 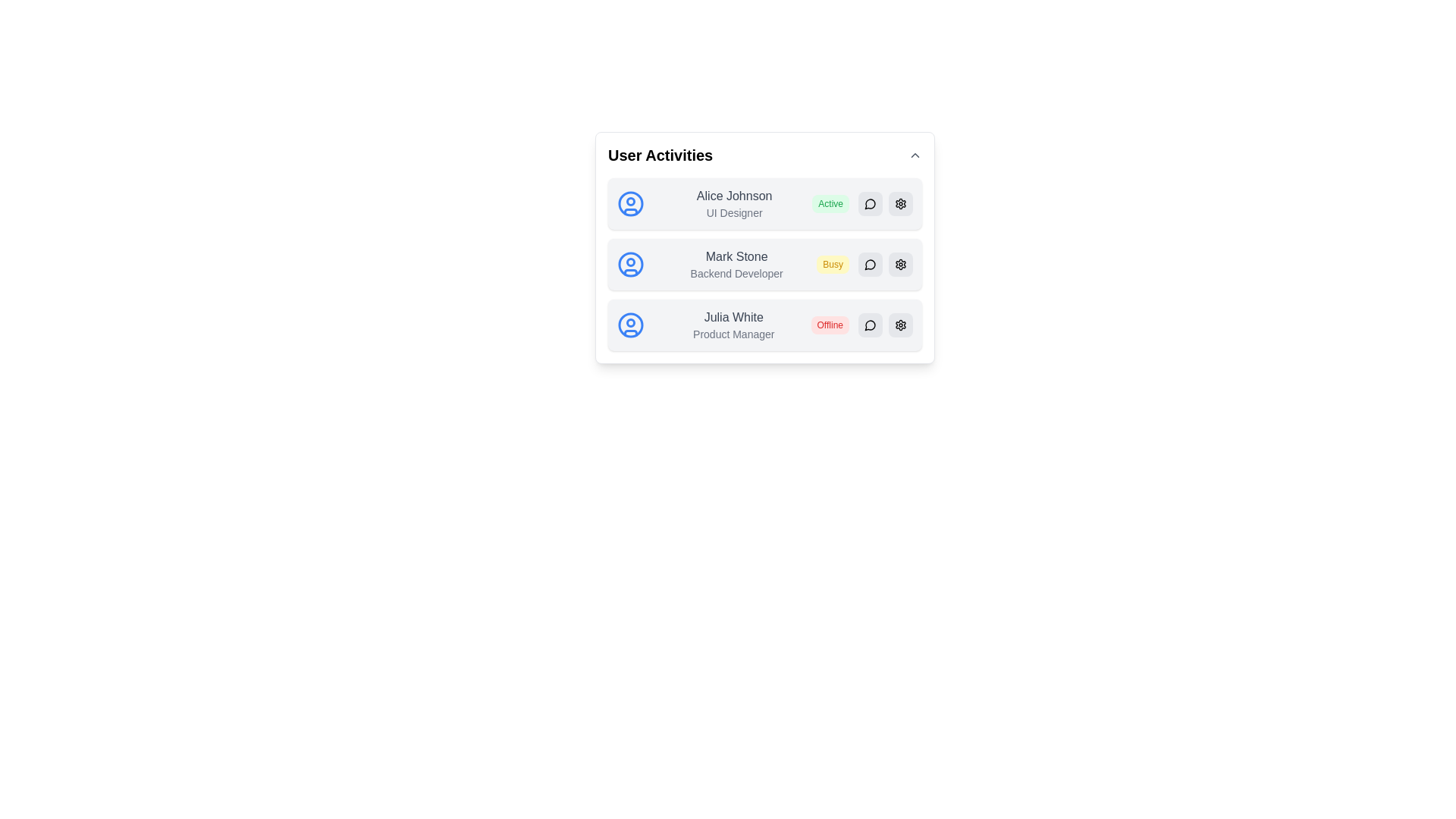 What do you see at coordinates (870, 324) in the screenshot?
I see `the message/chat icon associated with user Julia White` at bounding box center [870, 324].